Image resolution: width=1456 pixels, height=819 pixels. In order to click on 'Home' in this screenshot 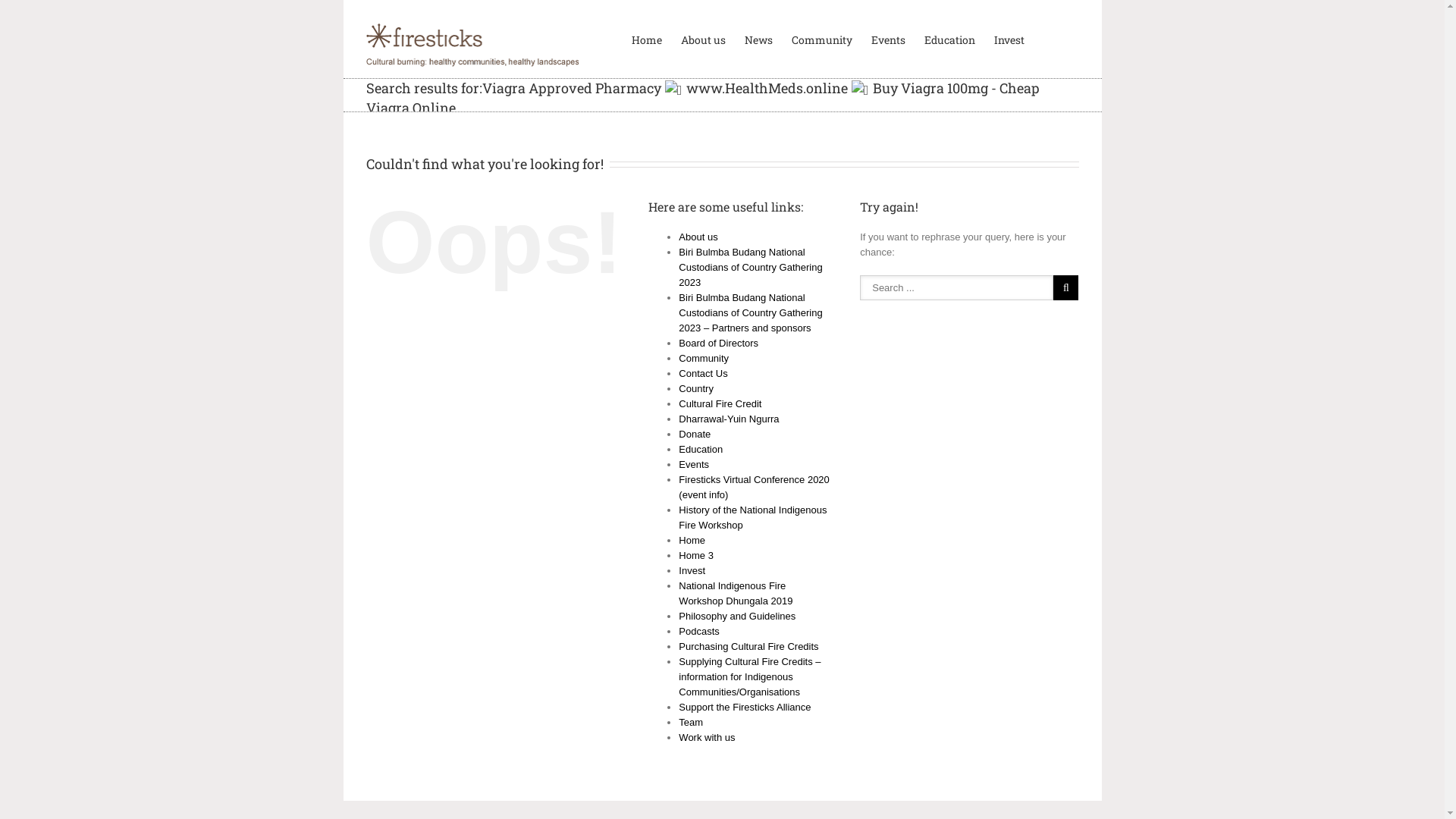, I will do `click(677, 539)`.